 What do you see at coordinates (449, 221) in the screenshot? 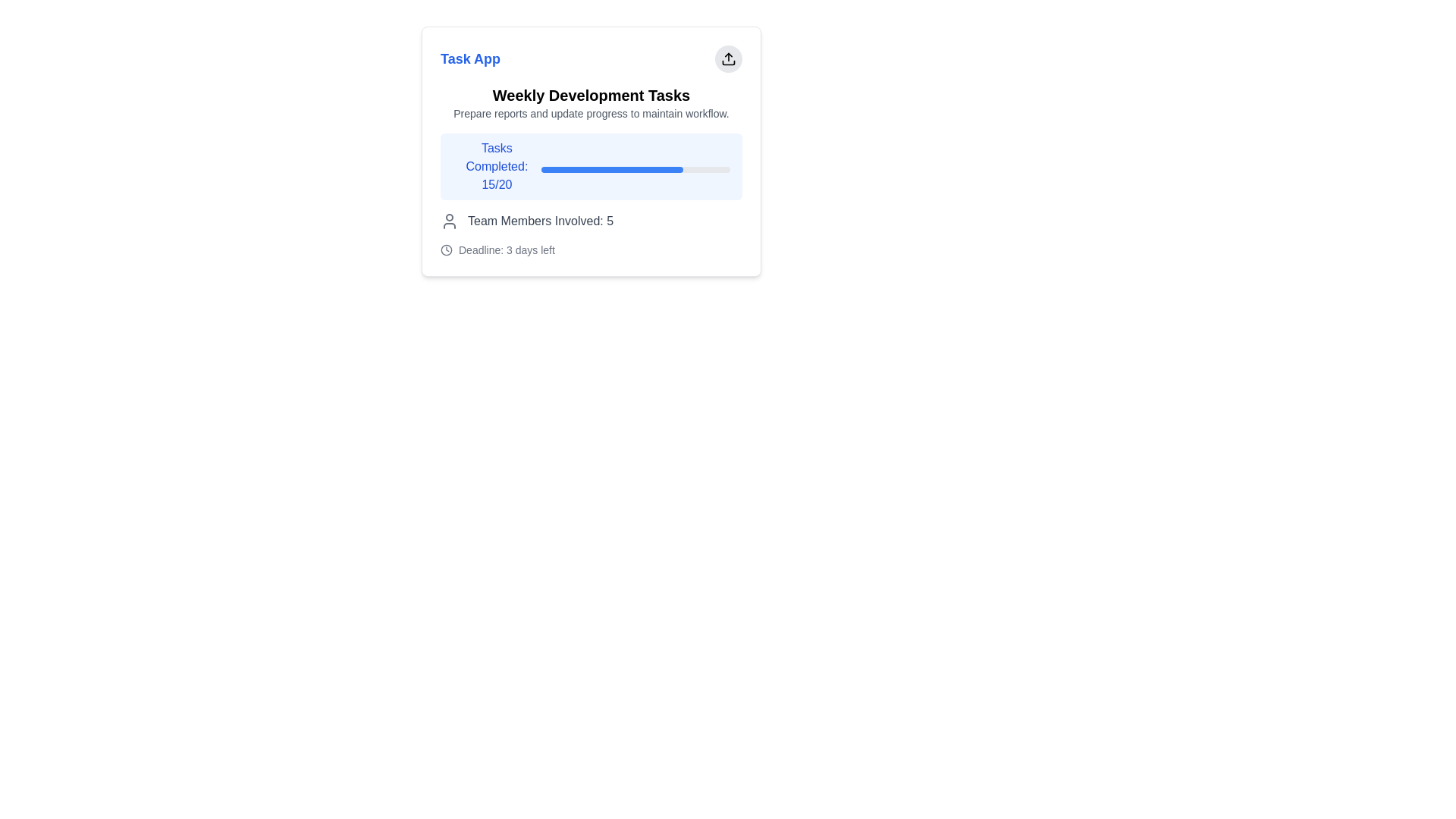
I see `the simplified human figure icon representing a user profile avatar, located at the top-left corner relative to the text 'Team Members Involved: 5'` at bounding box center [449, 221].